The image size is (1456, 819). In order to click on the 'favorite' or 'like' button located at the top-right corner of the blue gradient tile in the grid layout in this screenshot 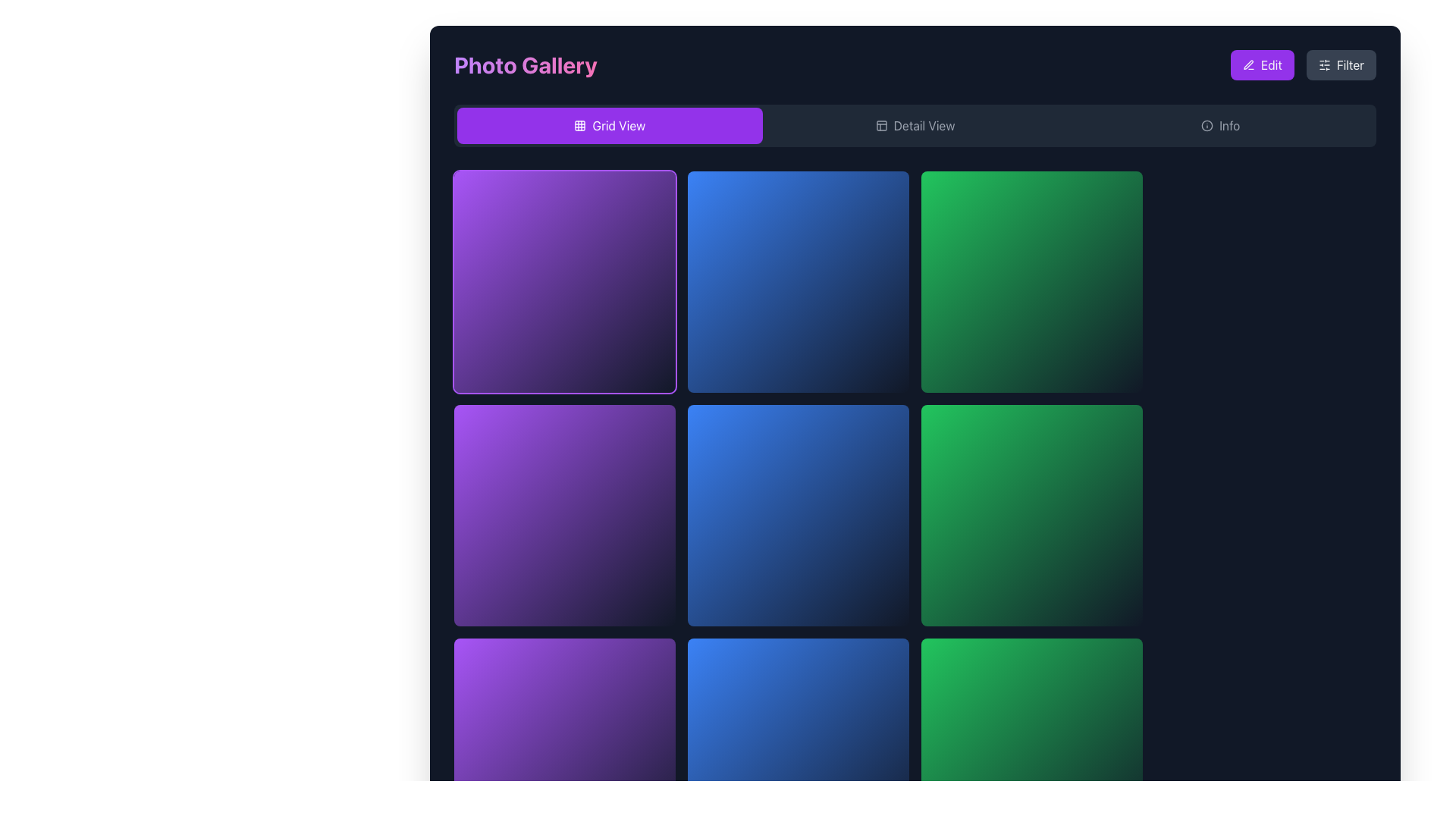, I will do `click(891, 189)`.